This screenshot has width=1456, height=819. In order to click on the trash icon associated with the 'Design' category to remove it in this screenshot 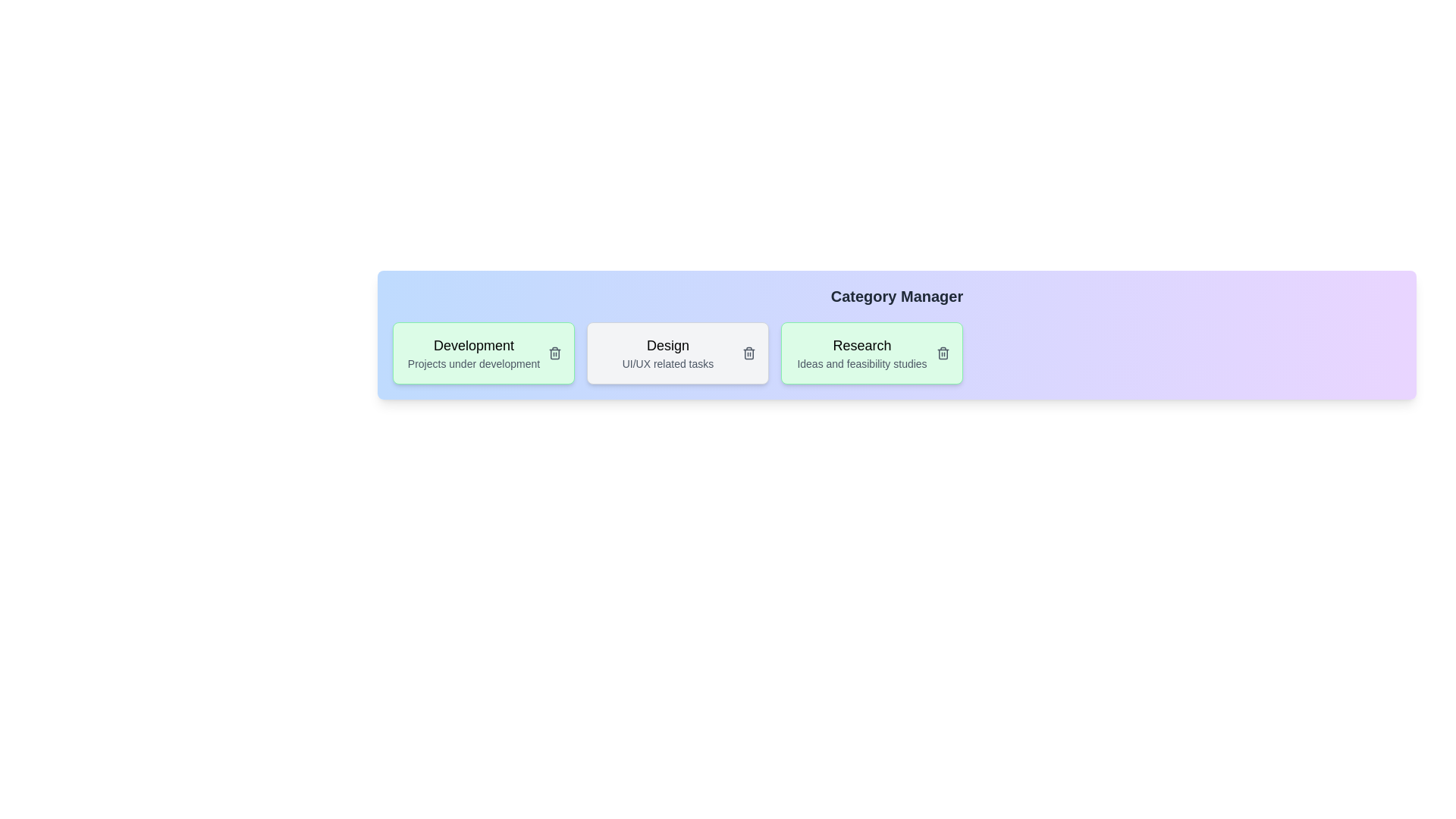, I will do `click(749, 353)`.